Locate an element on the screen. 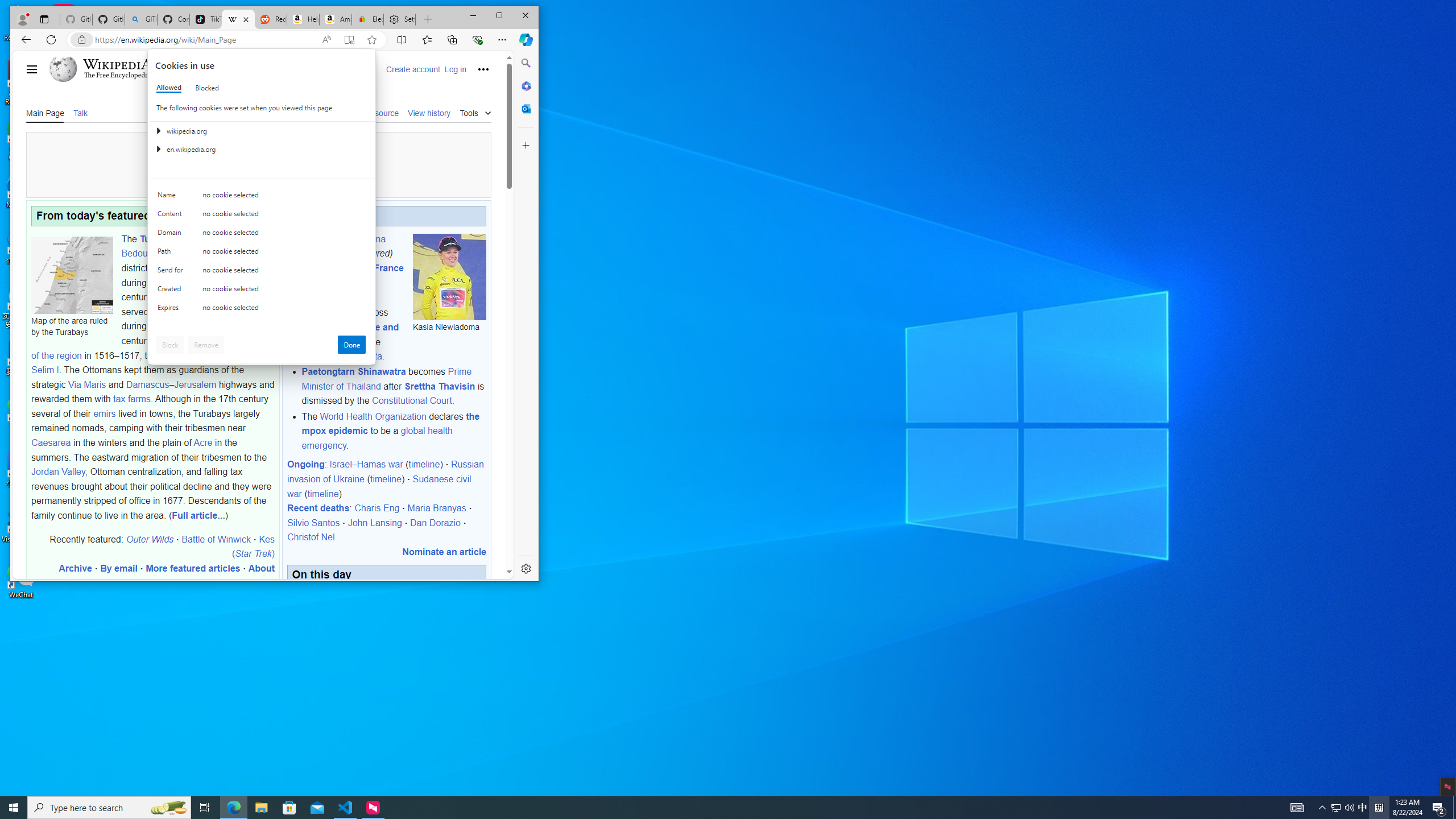 The image size is (1456, 819). 'File Explorer' is located at coordinates (260, 806).